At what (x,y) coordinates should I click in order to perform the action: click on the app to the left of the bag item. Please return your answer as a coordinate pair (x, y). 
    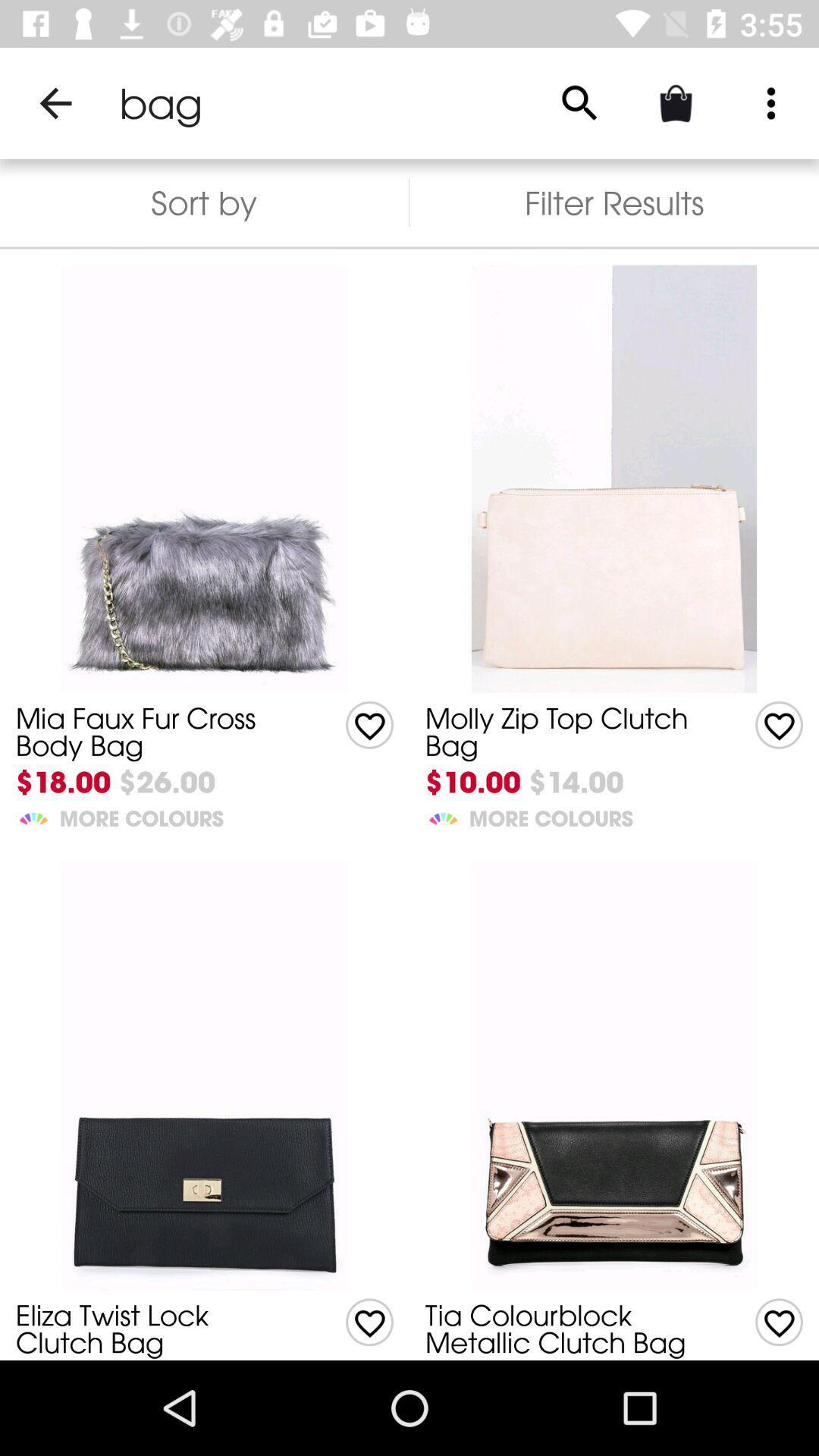
    Looking at the image, I should click on (55, 102).